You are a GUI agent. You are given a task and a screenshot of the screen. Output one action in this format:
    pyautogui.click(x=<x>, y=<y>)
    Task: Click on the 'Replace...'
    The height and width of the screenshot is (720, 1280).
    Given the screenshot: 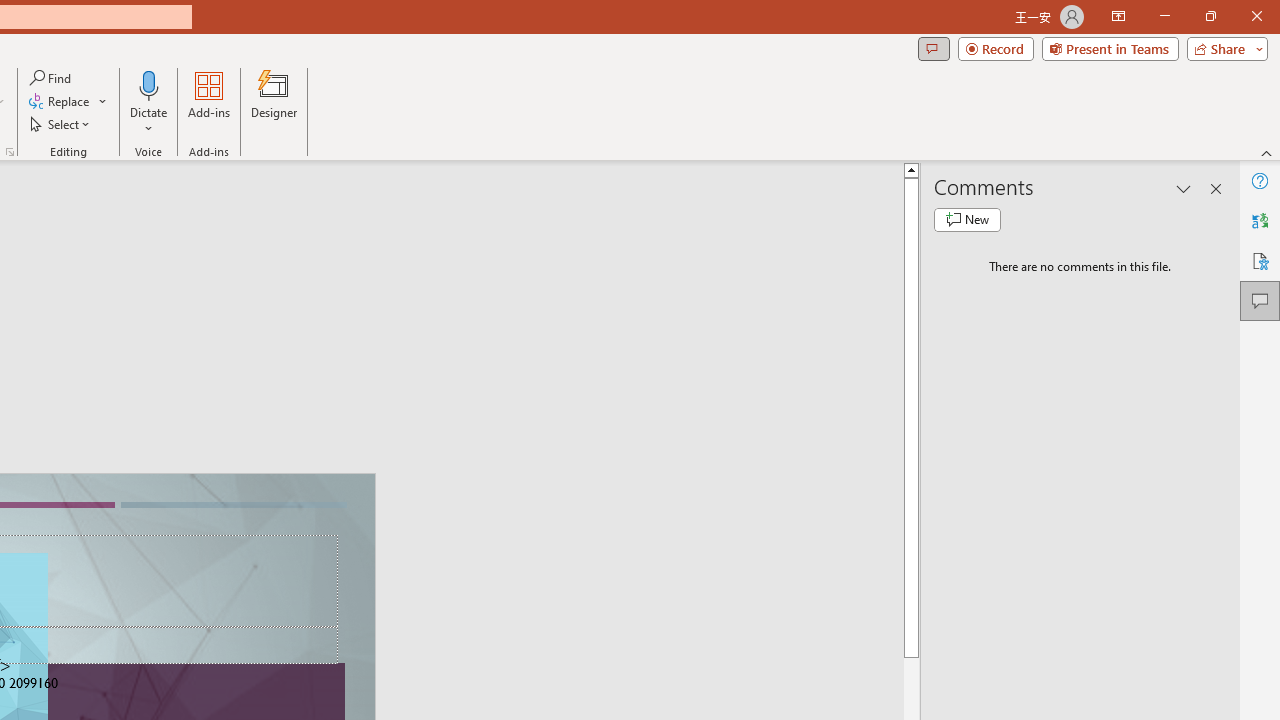 What is the action you would take?
    pyautogui.click(x=60, y=101)
    